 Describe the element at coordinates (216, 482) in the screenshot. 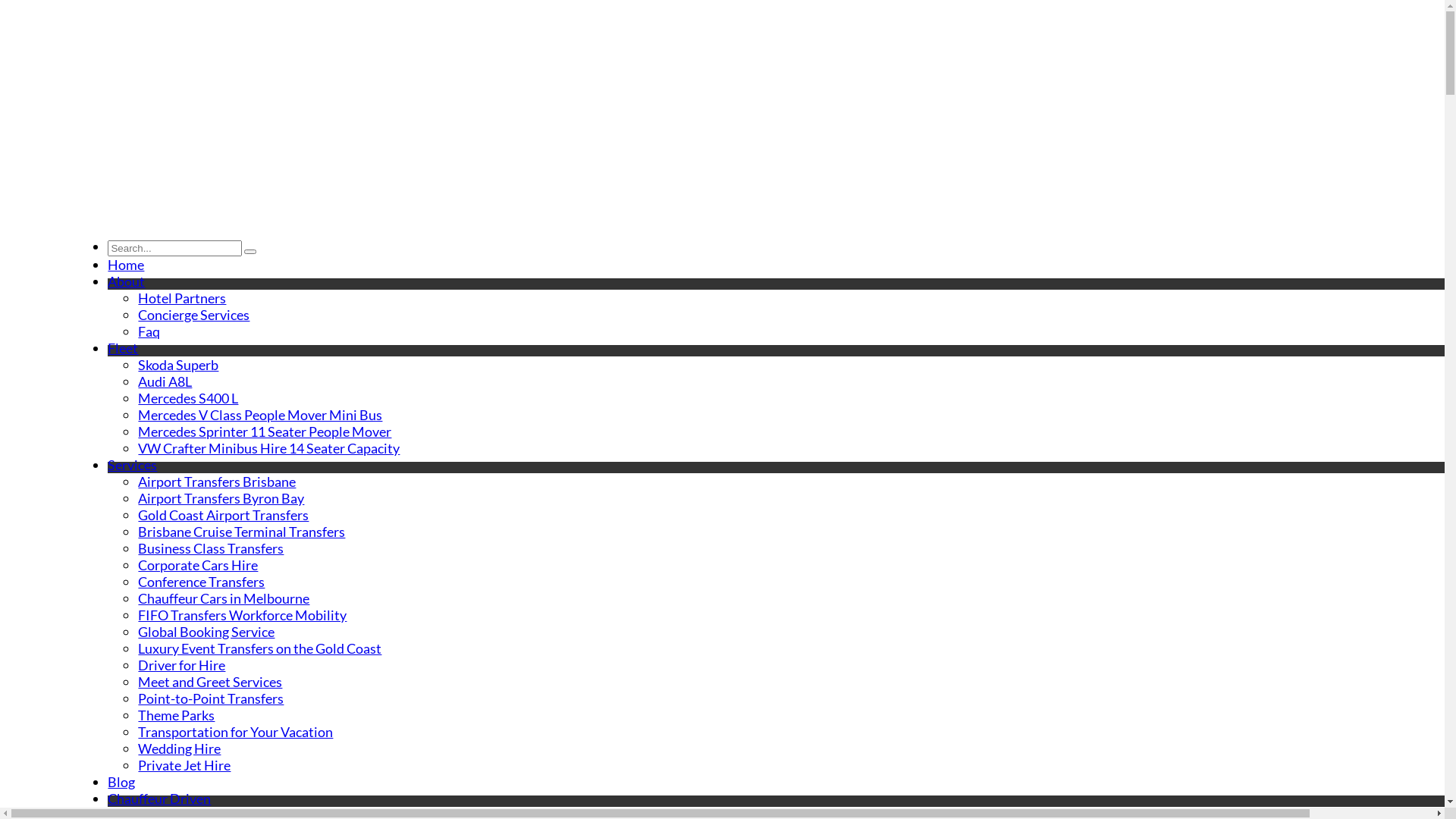

I see `'Airport Transfers Brisbane'` at that location.